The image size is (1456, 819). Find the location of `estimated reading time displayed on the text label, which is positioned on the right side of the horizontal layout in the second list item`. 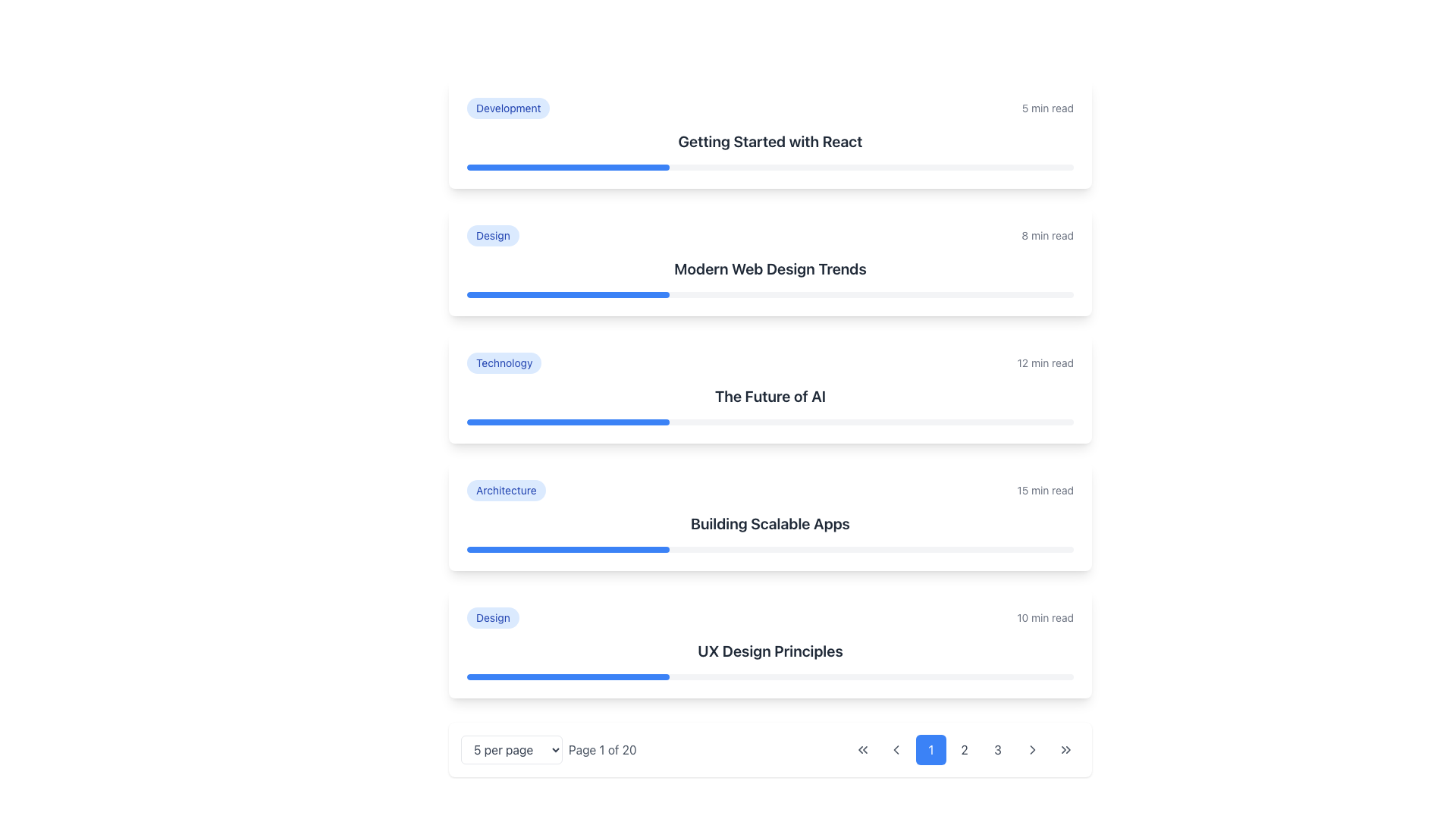

estimated reading time displayed on the text label, which is positioned on the right side of the horizontal layout in the second list item is located at coordinates (1046, 236).